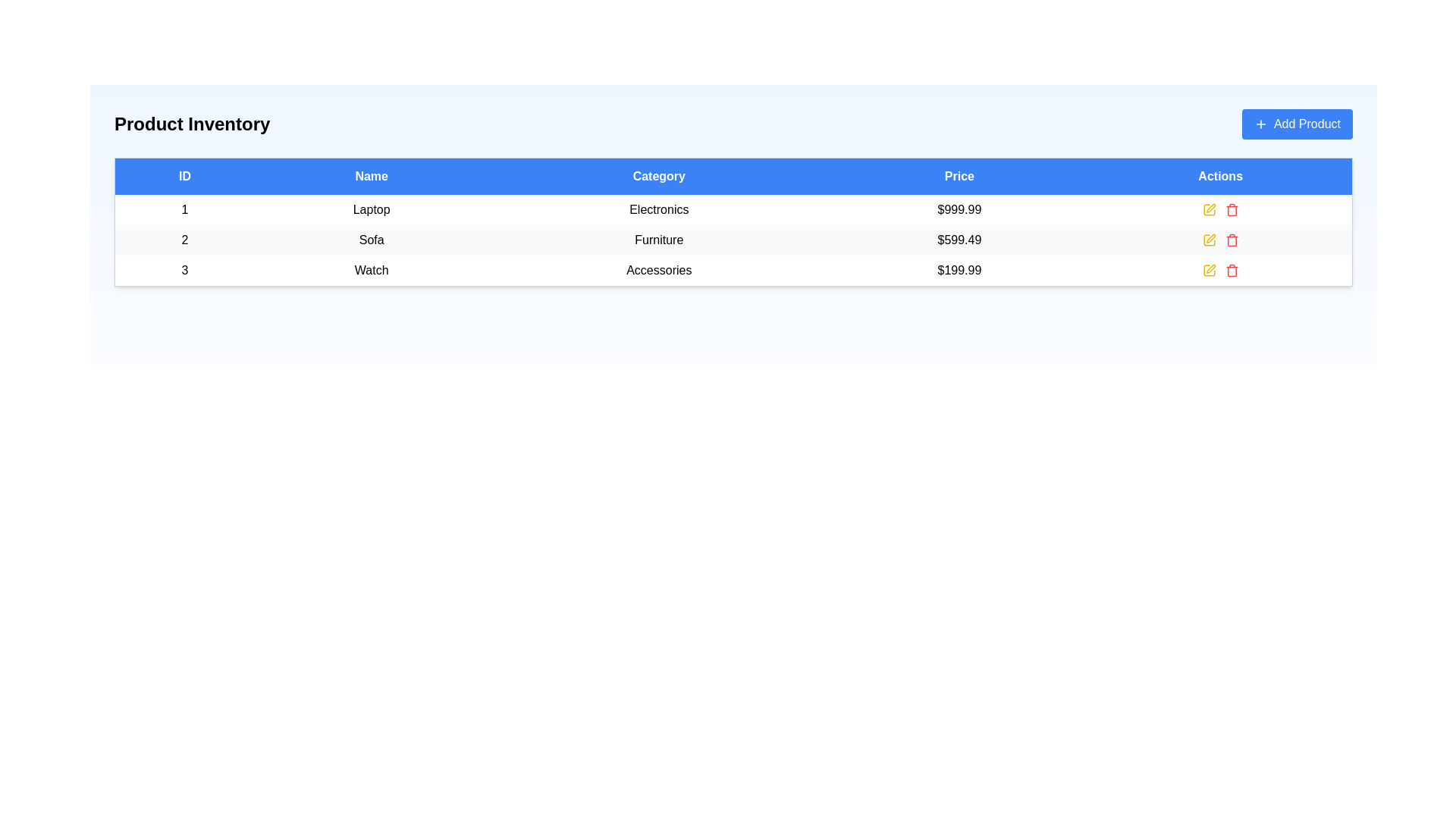  I want to click on the Edit Icon (SVG) in the Actions column of the table for the item labeled 'Laptop', so click(1210, 207).